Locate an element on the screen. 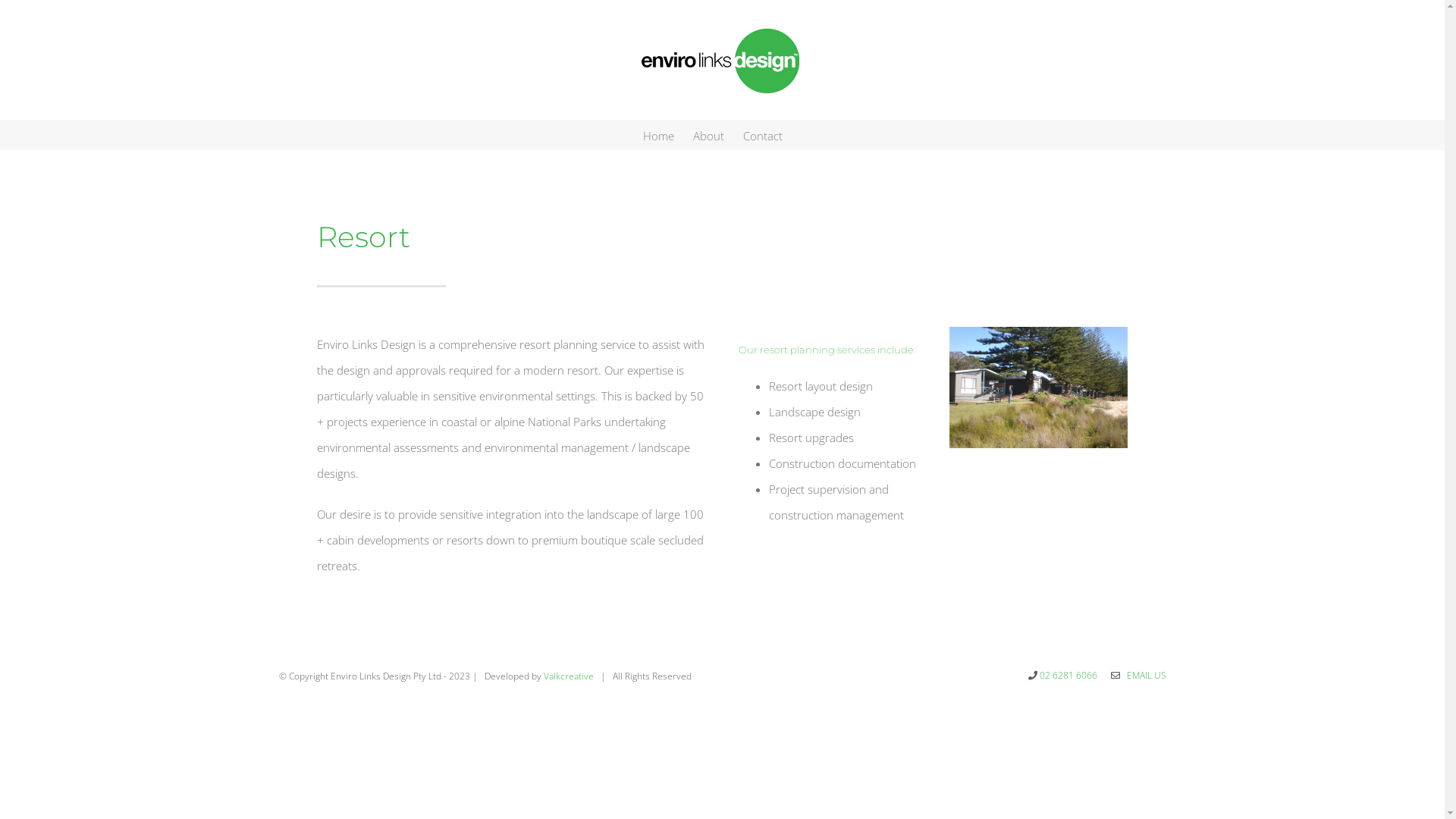 The height and width of the screenshot is (819, 1456). '  EMAIL US' is located at coordinates (1144, 674).